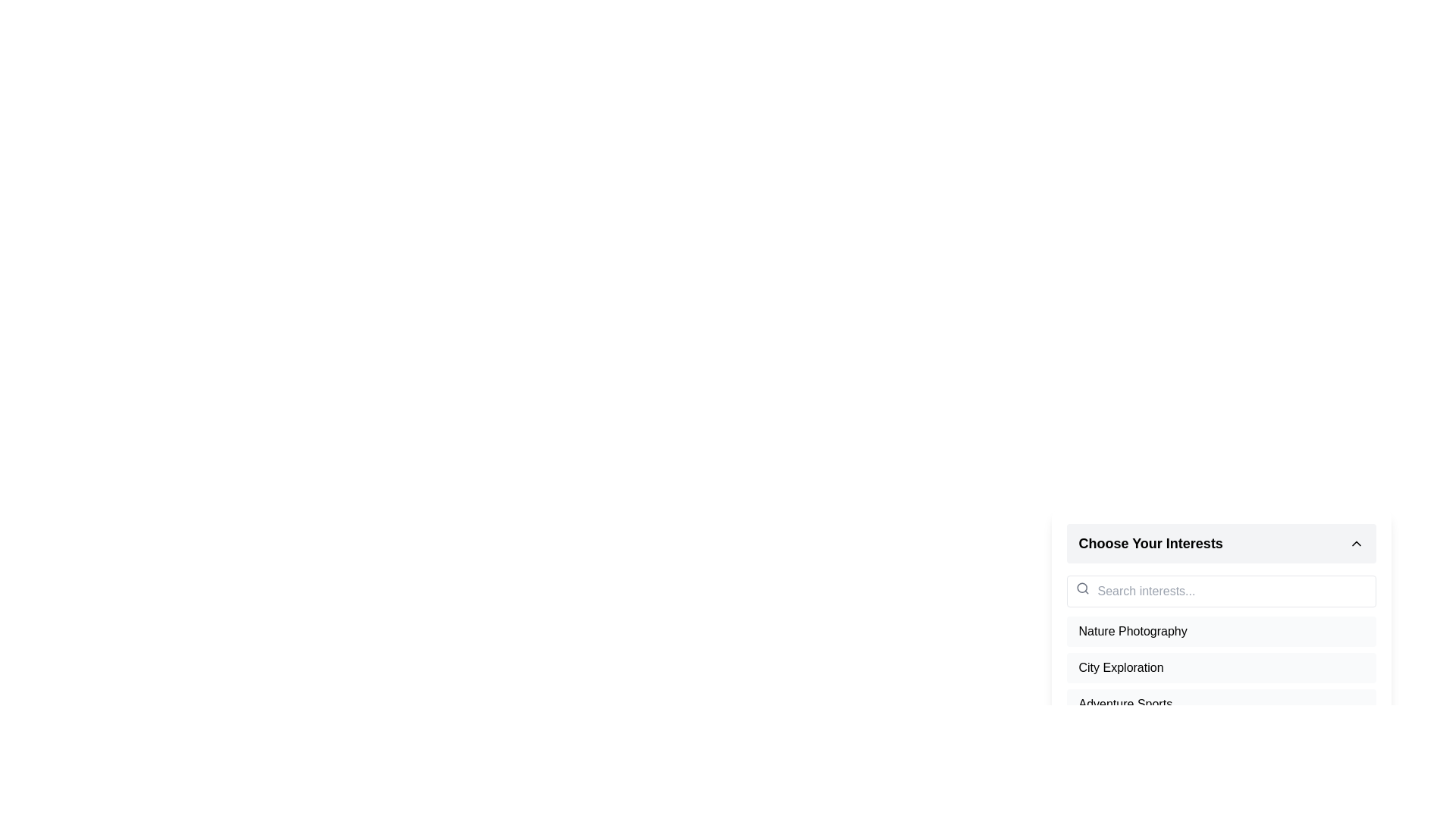 The width and height of the screenshot is (1456, 819). What do you see at coordinates (1081, 587) in the screenshot?
I see `the search icon located inside the 'Choose Your Interests' input field to indicate the presence of a search feature` at bounding box center [1081, 587].